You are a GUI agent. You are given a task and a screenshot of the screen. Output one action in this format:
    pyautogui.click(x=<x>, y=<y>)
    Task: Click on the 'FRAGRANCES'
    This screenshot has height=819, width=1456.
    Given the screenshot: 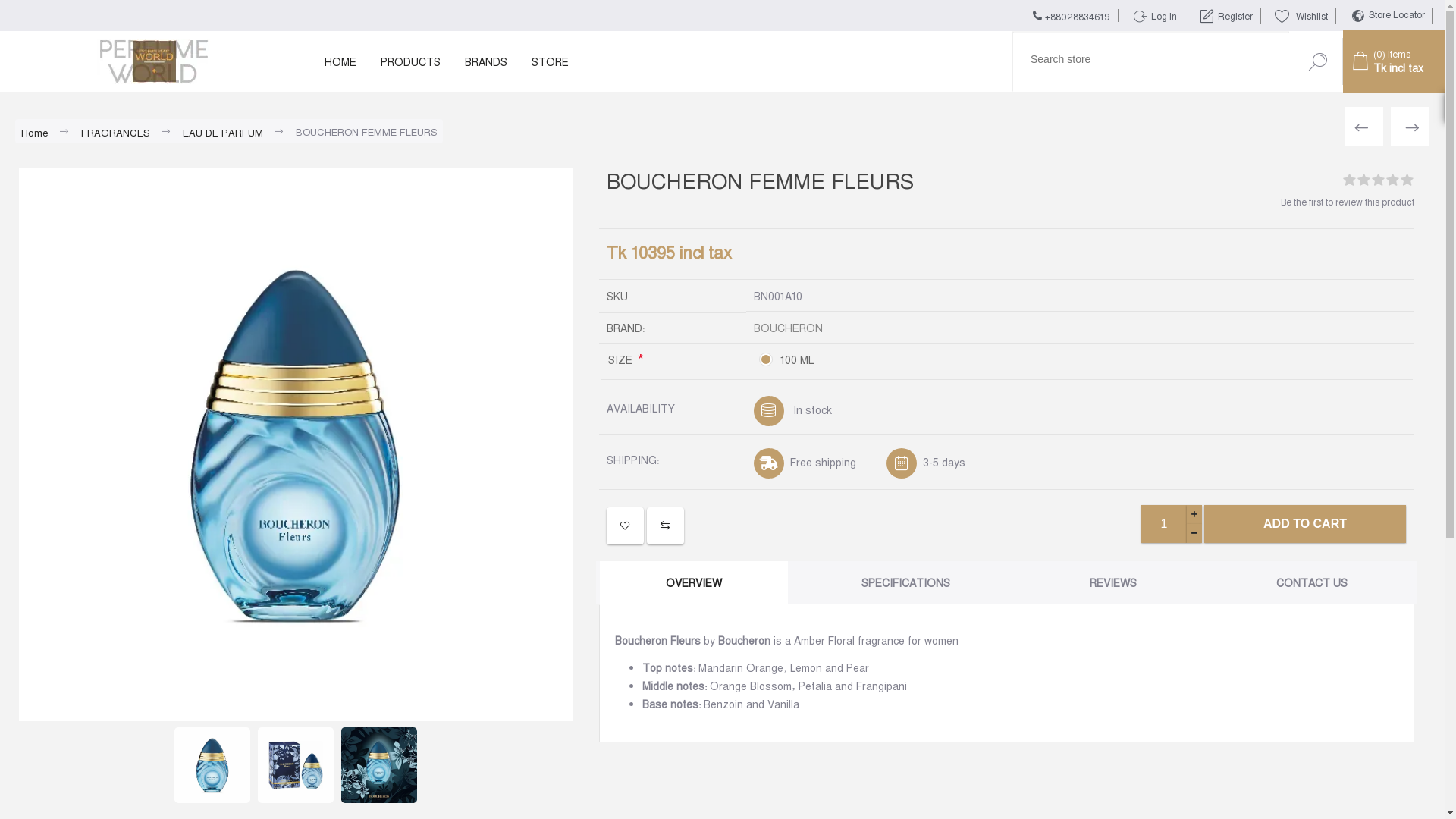 What is the action you would take?
    pyautogui.click(x=114, y=130)
    